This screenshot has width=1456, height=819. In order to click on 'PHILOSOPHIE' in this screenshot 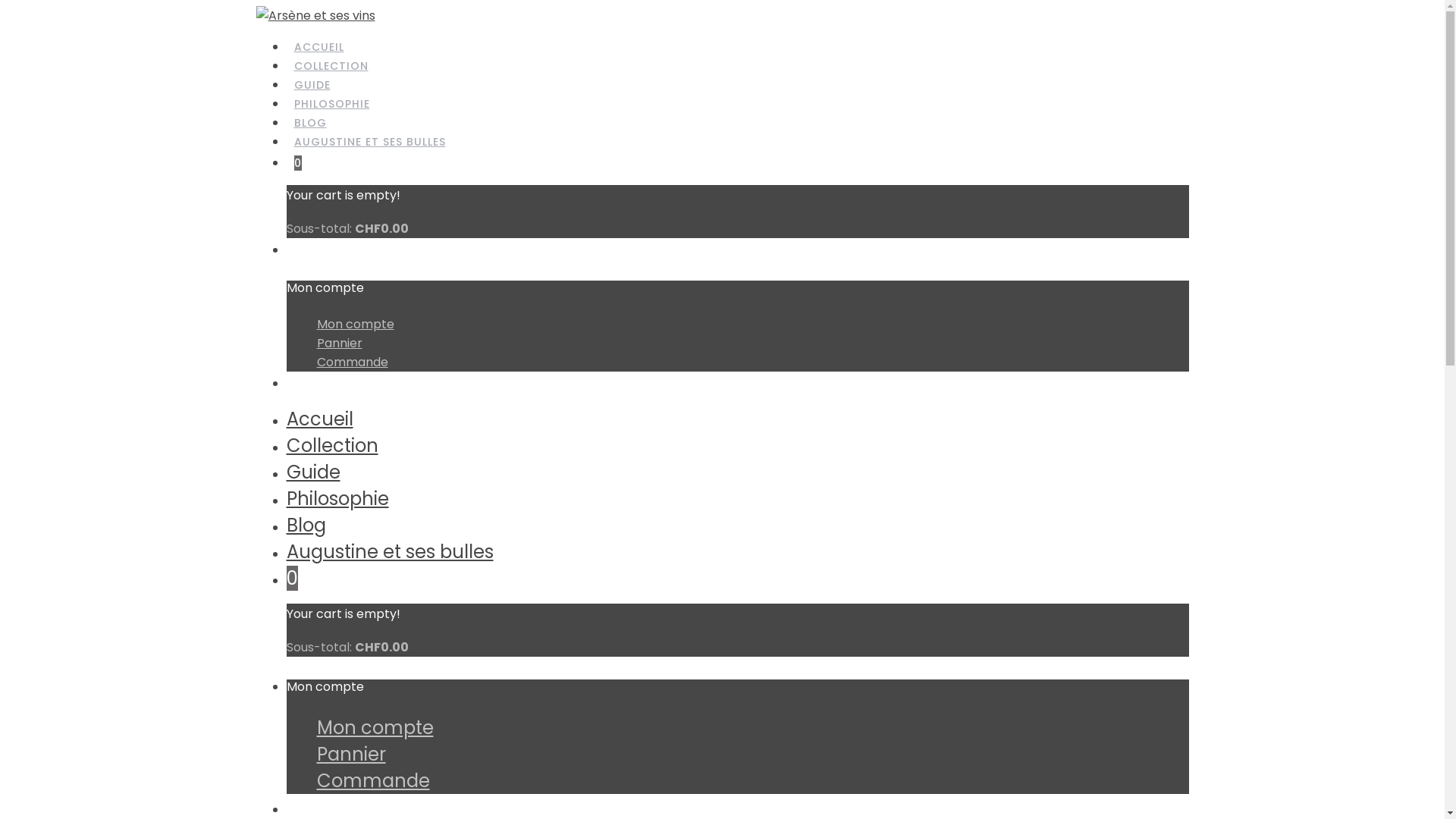, I will do `click(331, 104)`.